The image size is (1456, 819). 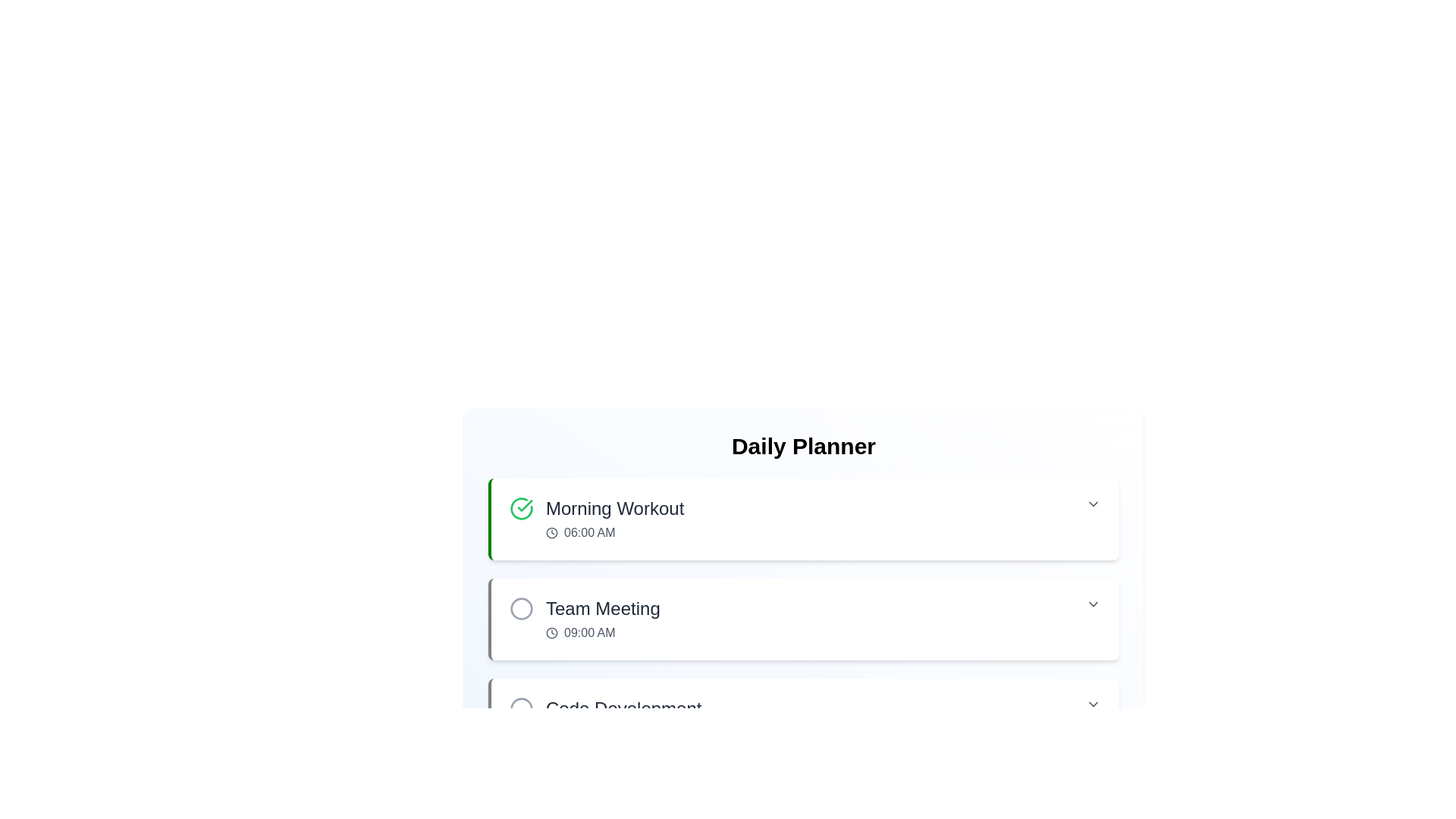 What do you see at coordinates (602, 632) in the screenshot?
I see `scheduled time displayed for the 'Team Meeting' event, which is shown in the text element located directly below the 'Team Meeting' header` at bounding box center [602, 632].